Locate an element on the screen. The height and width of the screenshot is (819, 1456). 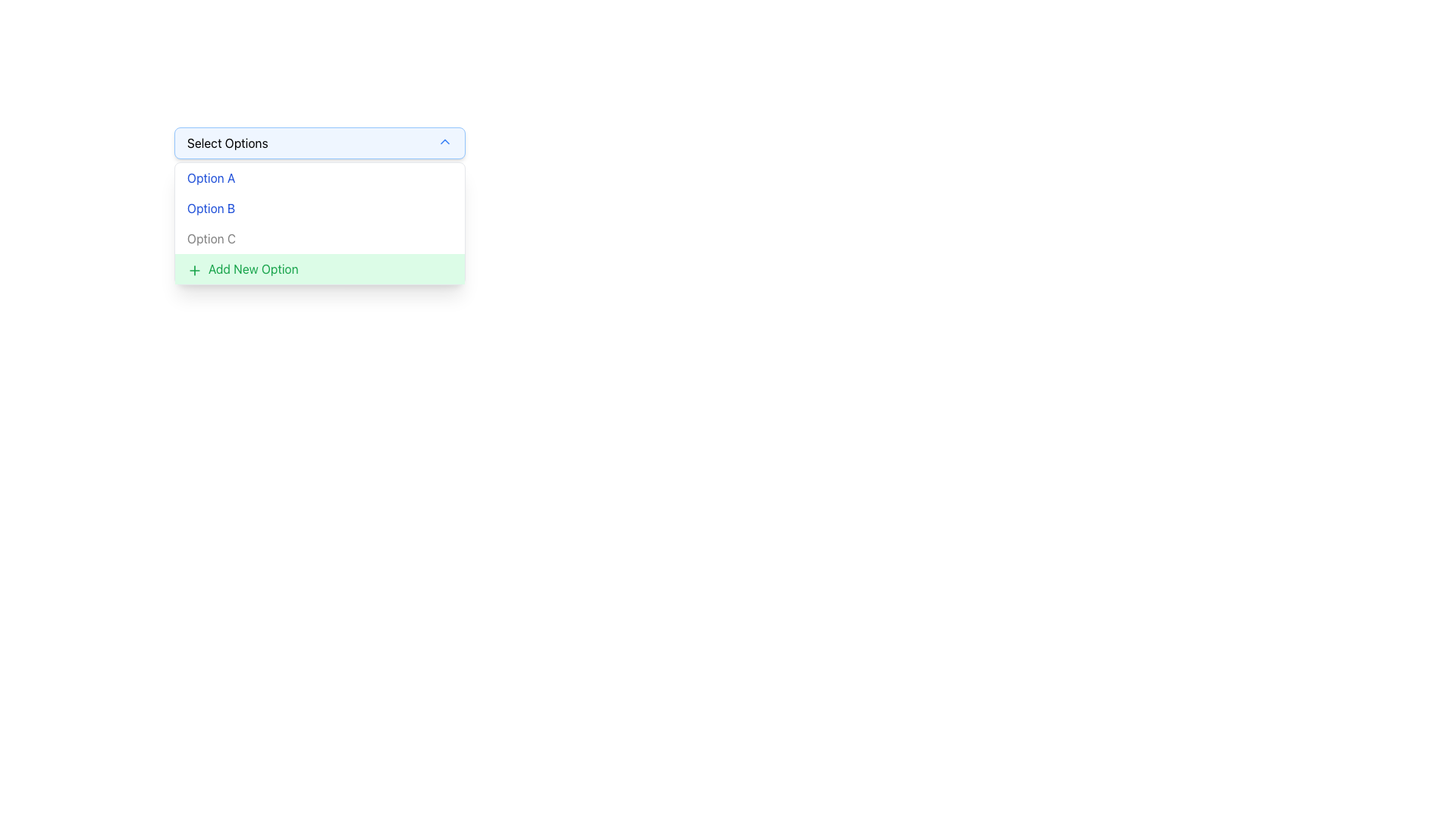
the text 'Option B' within the dropdown menu is located at coordinates (210, 208).